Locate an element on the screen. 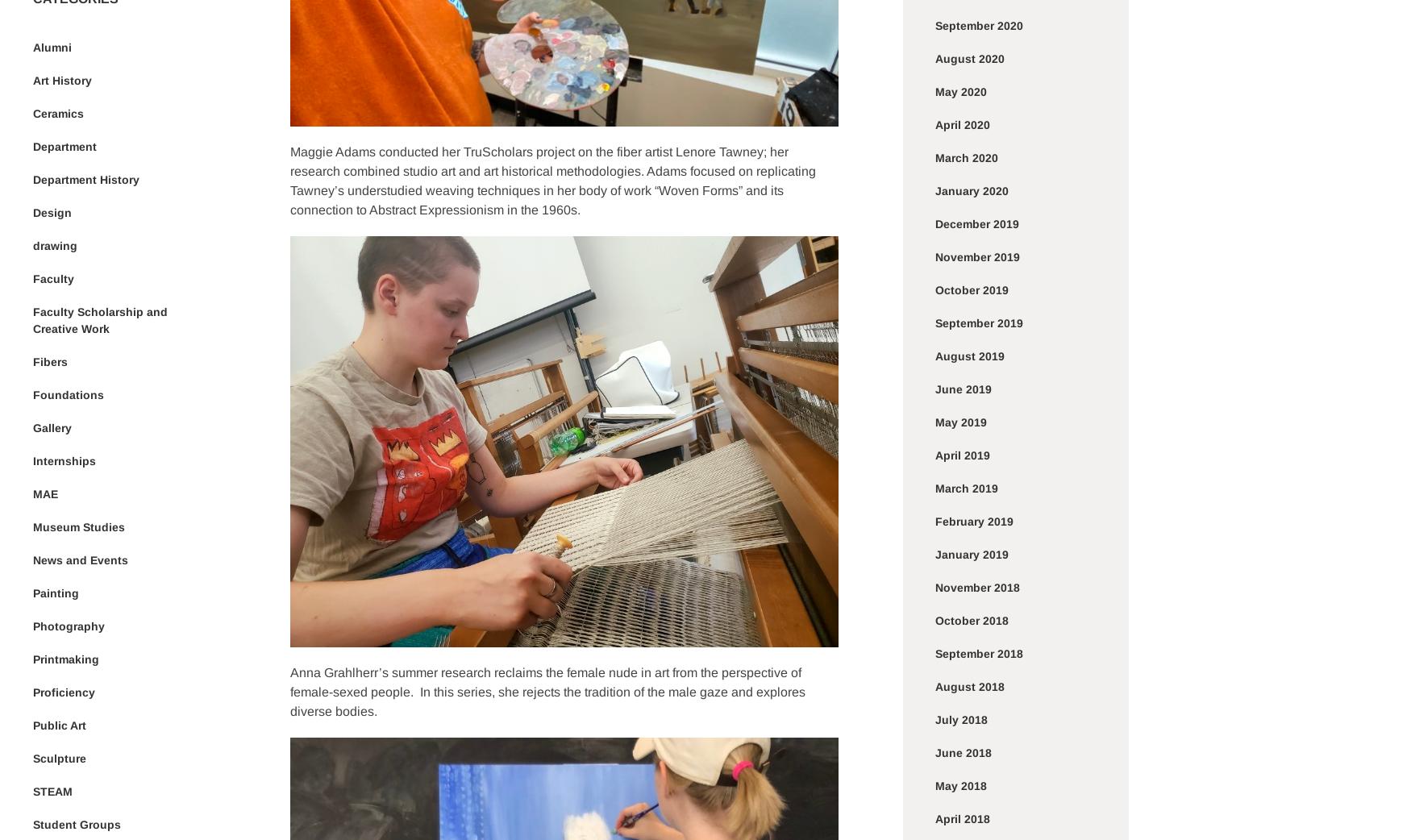 The image size is (1411, 840). 'June 2019' is located at coordinates (964, 389).